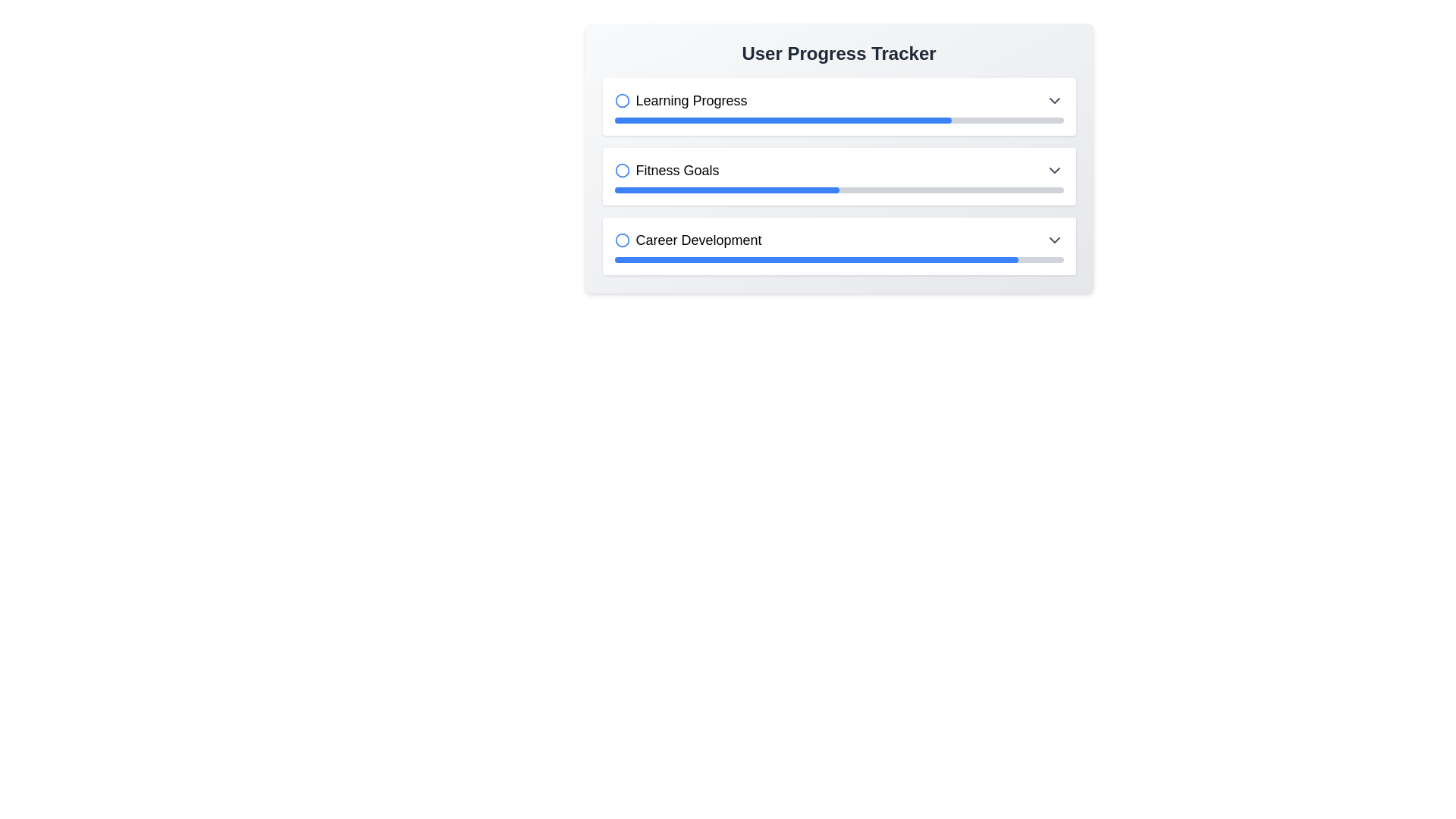 The height and width of the screenshot is (819, 1456). What do you see at coordinates (622, 239) in the screenshot?
I see `the blue circular icon representing the 'Career Development' status for accessibility` at bounding box center [622, 239].